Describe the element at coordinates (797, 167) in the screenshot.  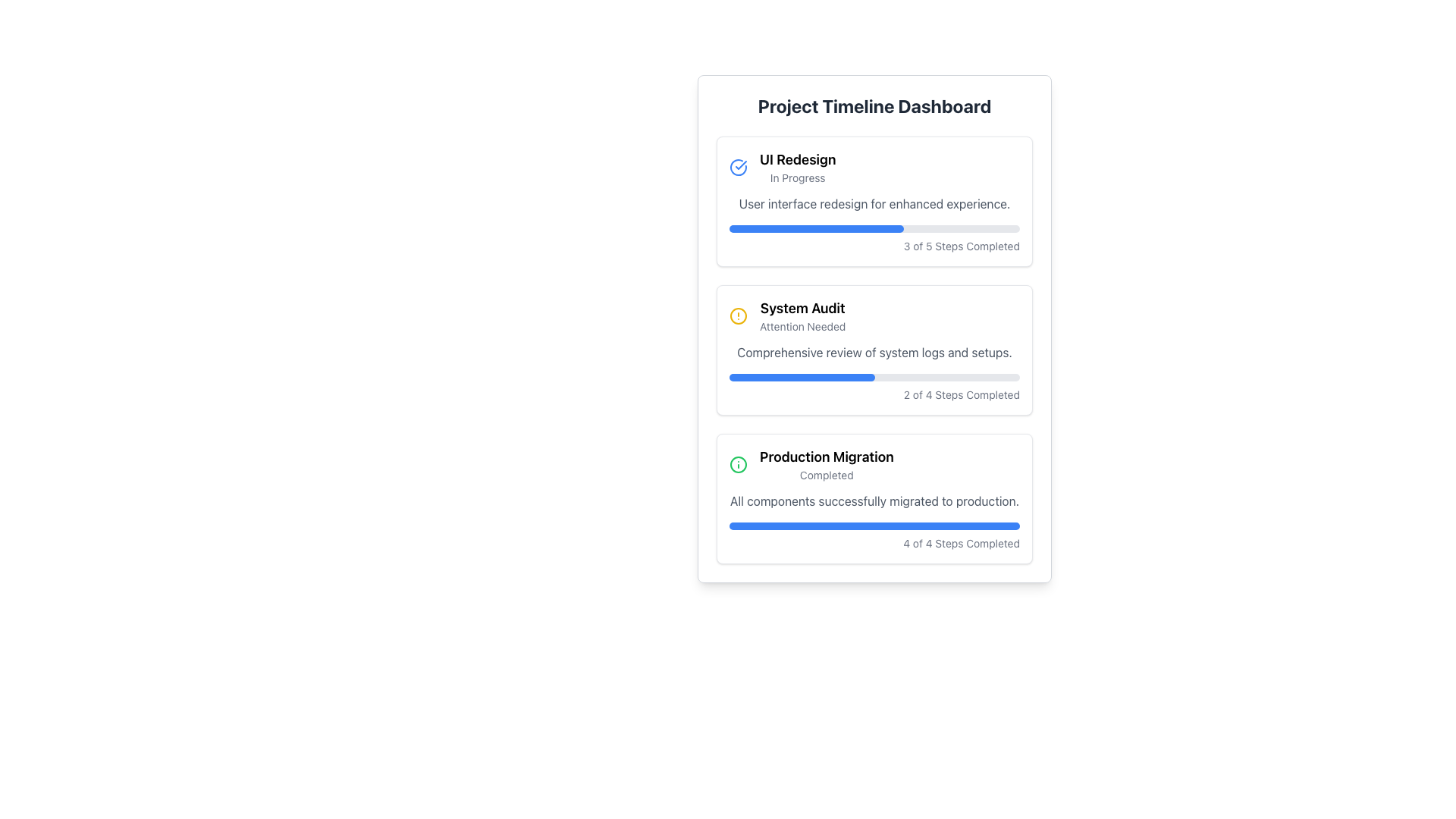
I see `status information displayed in the text block located near the top left corner of the first card on the dashboard, which provides insights into the progress of 'UI Redesign.'` at that location.